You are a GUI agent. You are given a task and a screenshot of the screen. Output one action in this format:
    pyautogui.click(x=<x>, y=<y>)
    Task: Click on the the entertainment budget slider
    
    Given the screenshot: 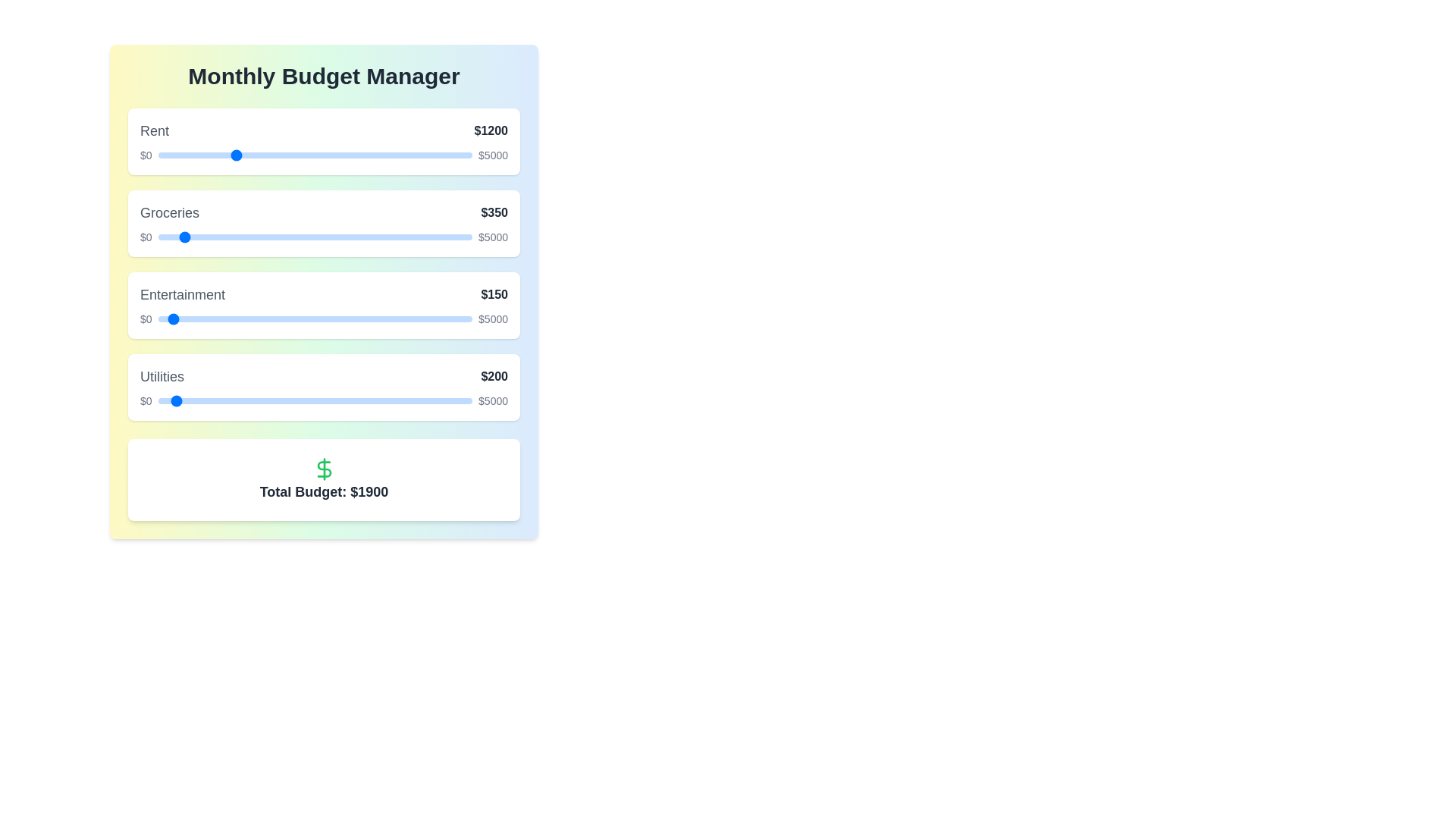 What is the action you would take?
    pyautogui.click(x=433, y=318)
    